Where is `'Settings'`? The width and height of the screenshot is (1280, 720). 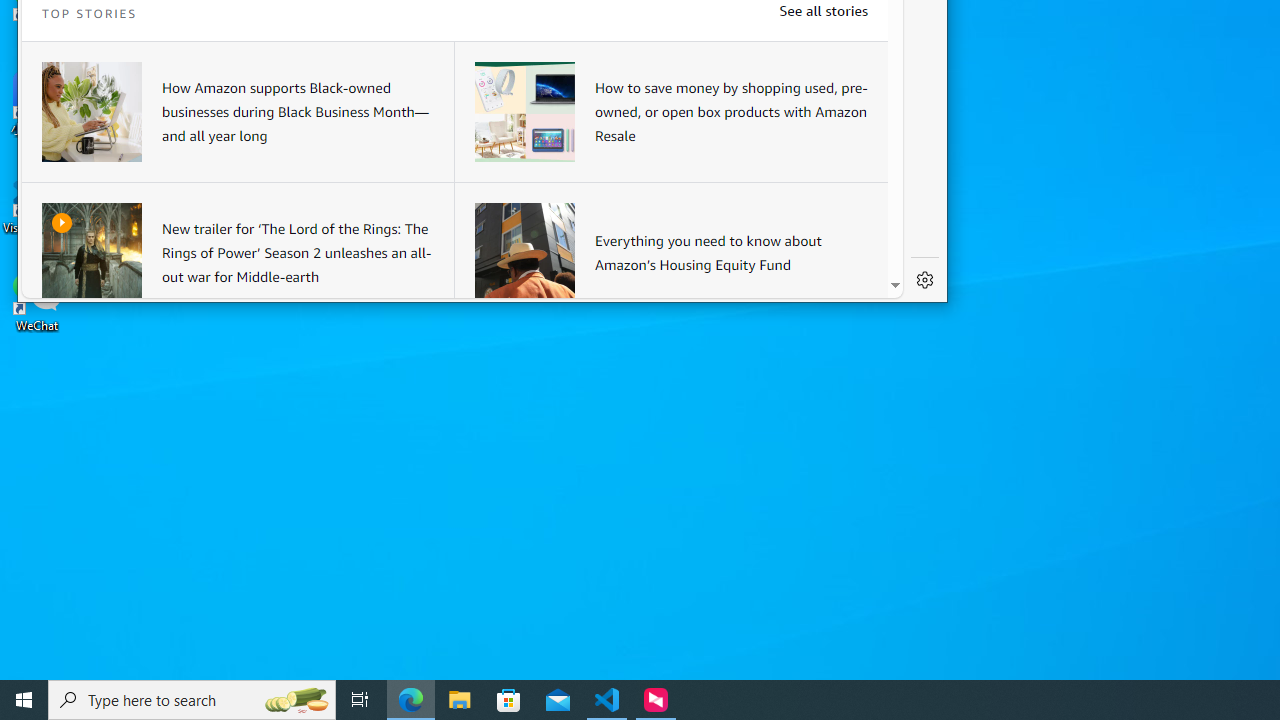 'Settings' is located at coordinates (924, 280).